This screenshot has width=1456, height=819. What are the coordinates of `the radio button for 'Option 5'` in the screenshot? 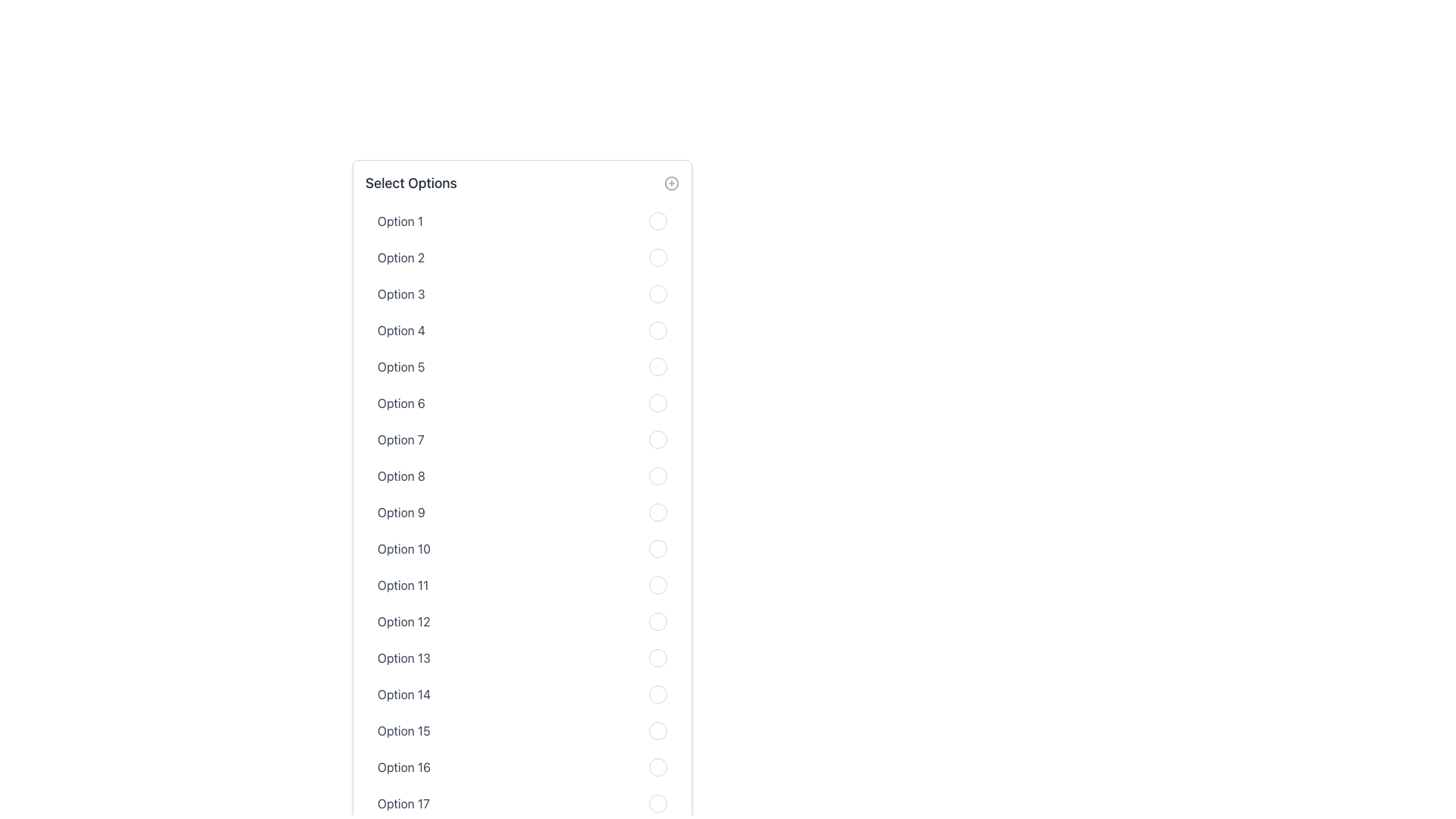 It's located at (658, 366).